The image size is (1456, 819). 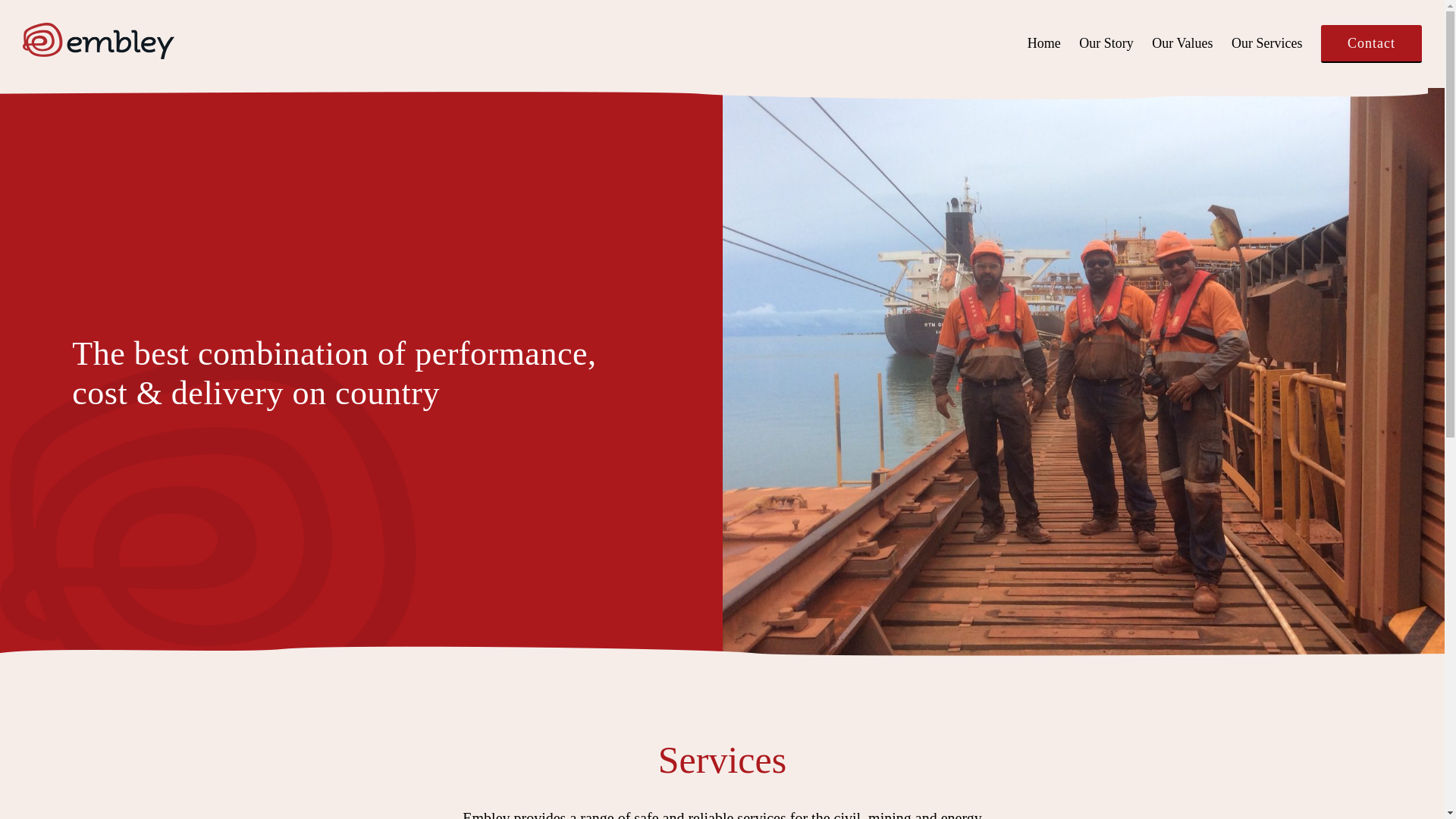 I want to click on 'Our Story', so click(x=1106, y=42).